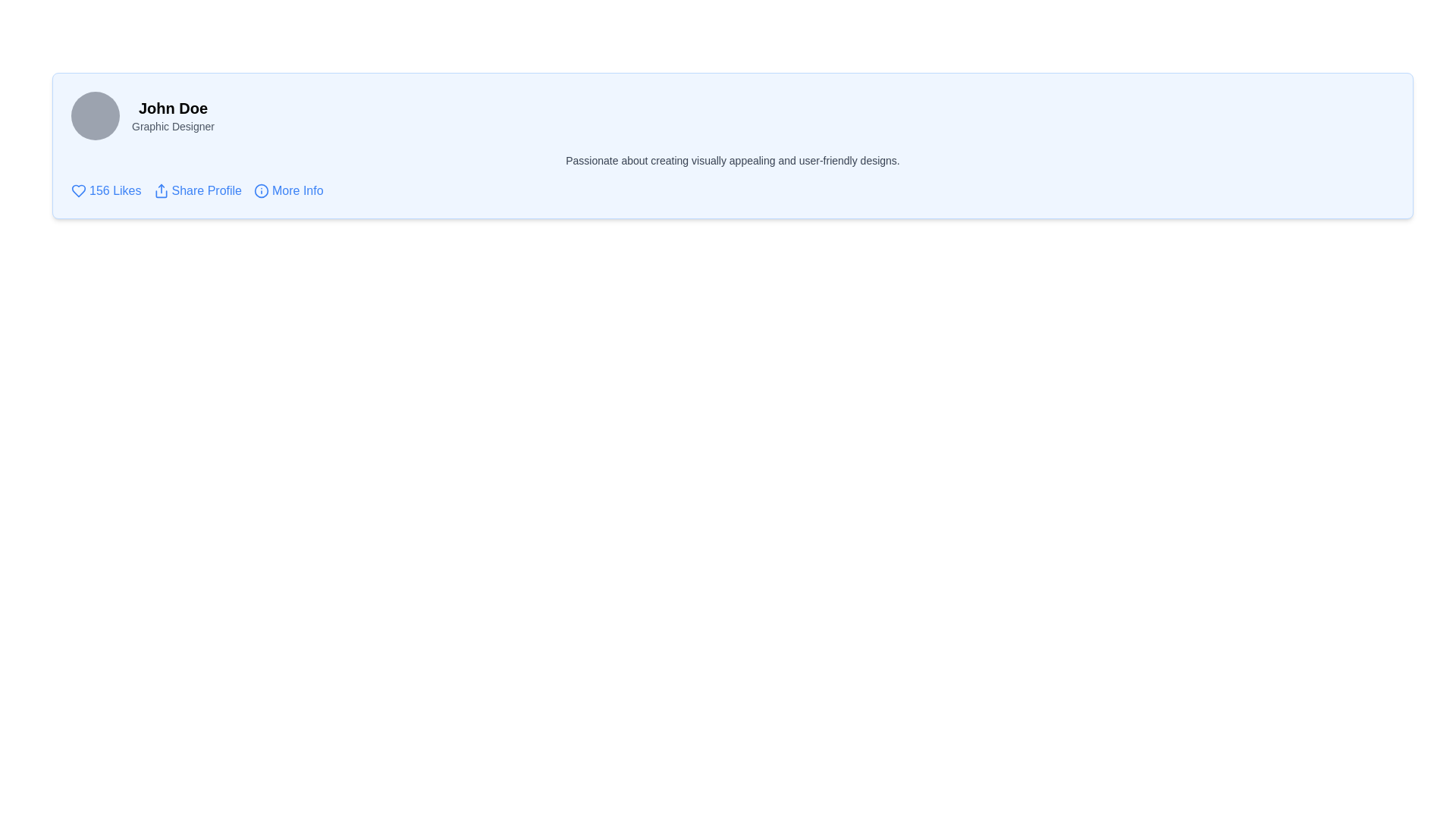 The height and width of the screenshot is (819, 1456). What do you see at coordinates (173, 125) in the screenshot?
I see `the static text label displaying 'Graphic Designer' located directly below 'John Doe' in the user profile section` at bounding box center [173, 125].